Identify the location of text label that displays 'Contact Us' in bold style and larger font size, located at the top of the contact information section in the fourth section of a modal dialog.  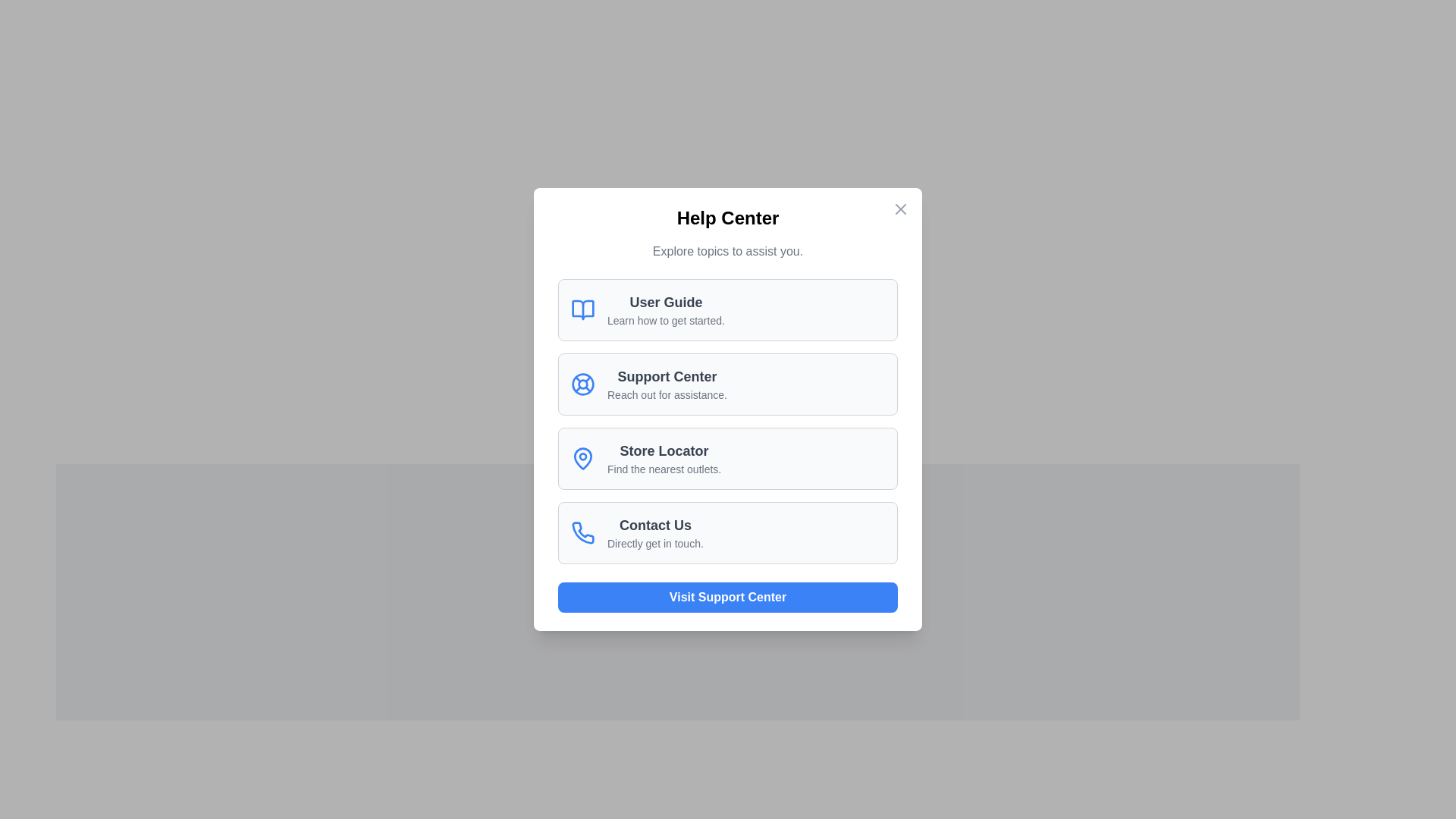
(655, 525).